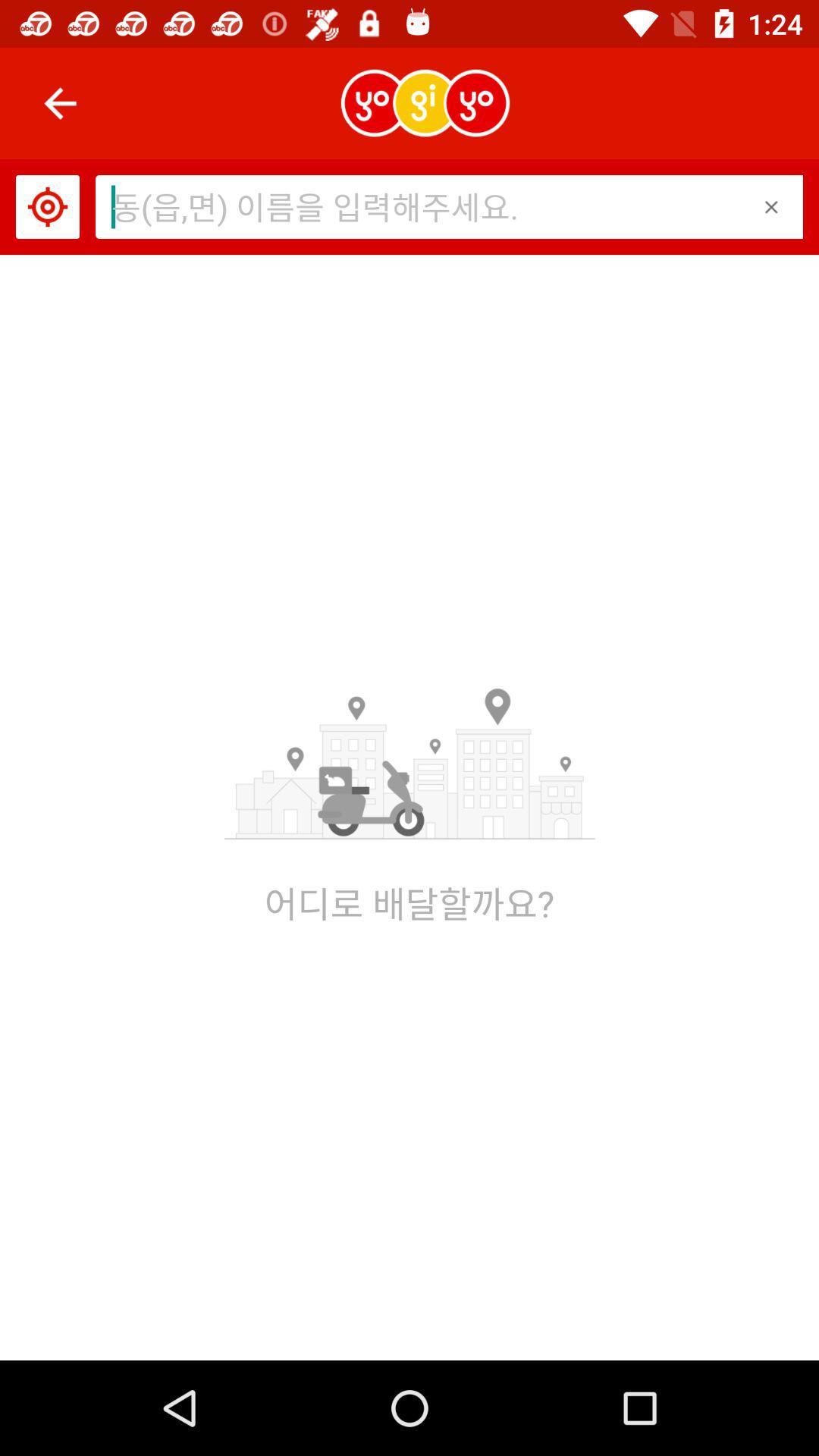 The width and height of the screenshot is (819, 1456). I want to click on the item at the top right corner, so click(771, 206).